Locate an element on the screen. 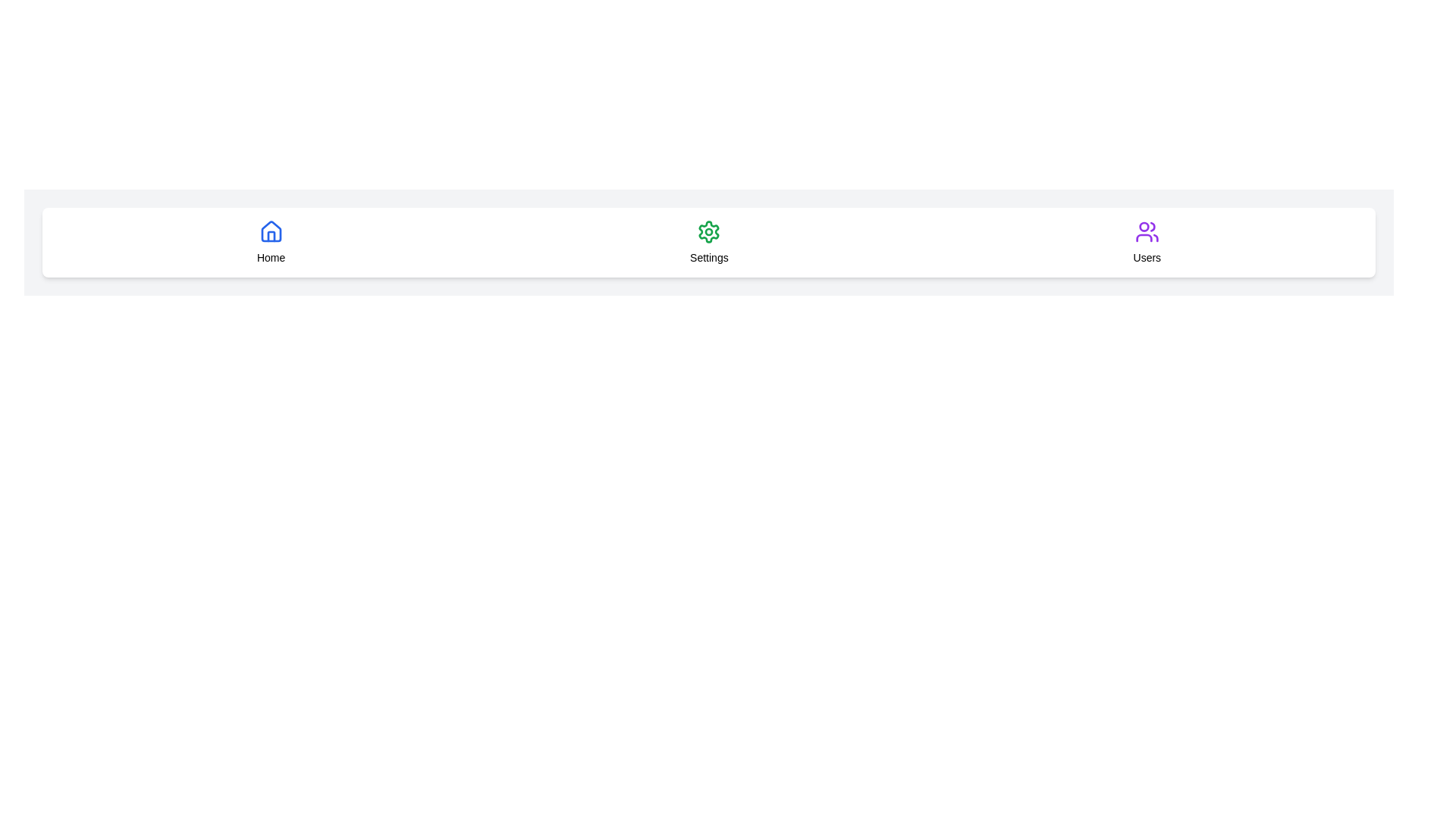  the Settings navigation button is located at coordinates (708, 242).